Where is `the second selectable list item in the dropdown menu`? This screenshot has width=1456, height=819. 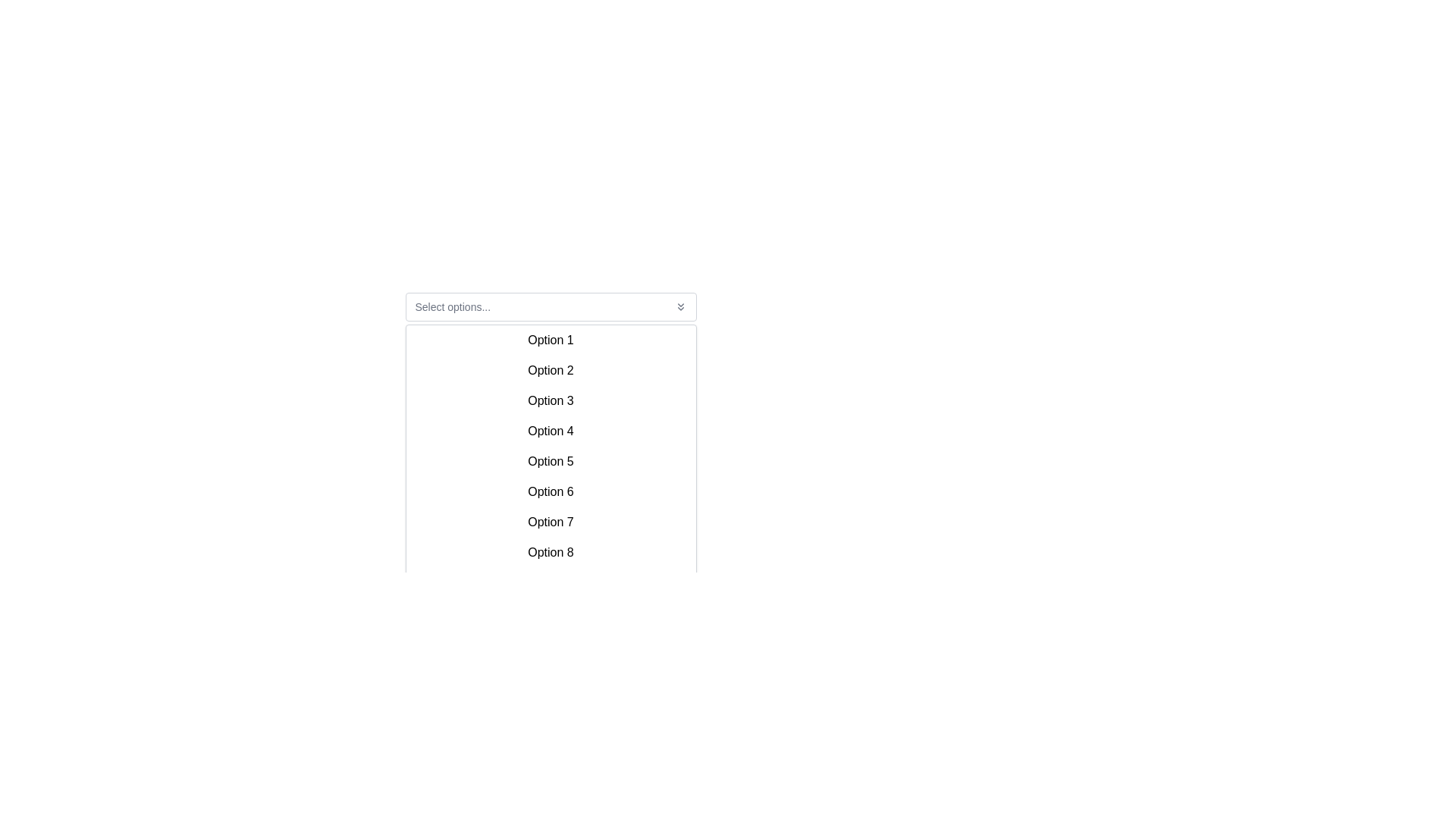 the second selectable list item in the dropdown menu is located at coordinates (550, 371).